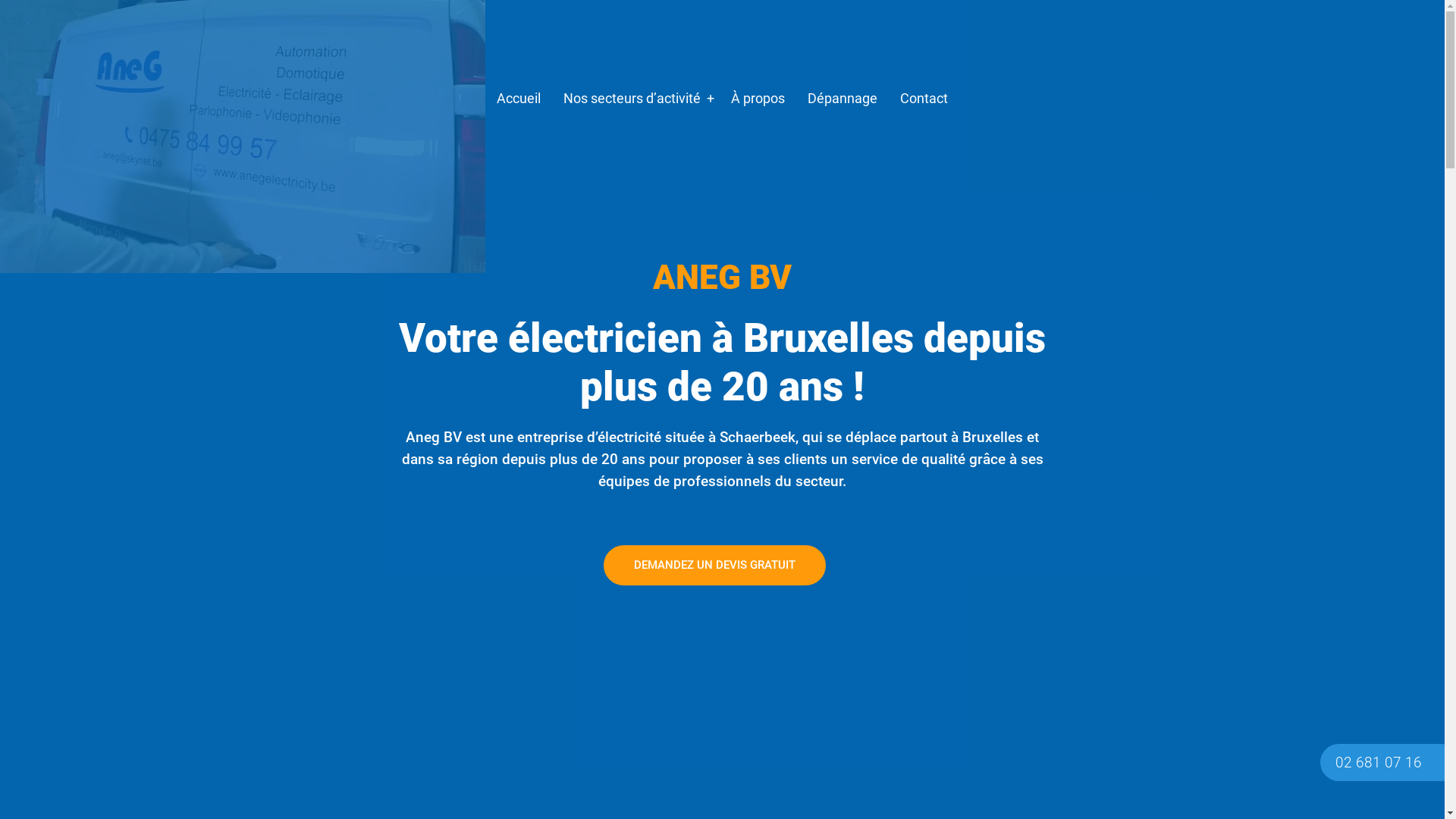  I want to click on 'Accueil', so click(484, 99).